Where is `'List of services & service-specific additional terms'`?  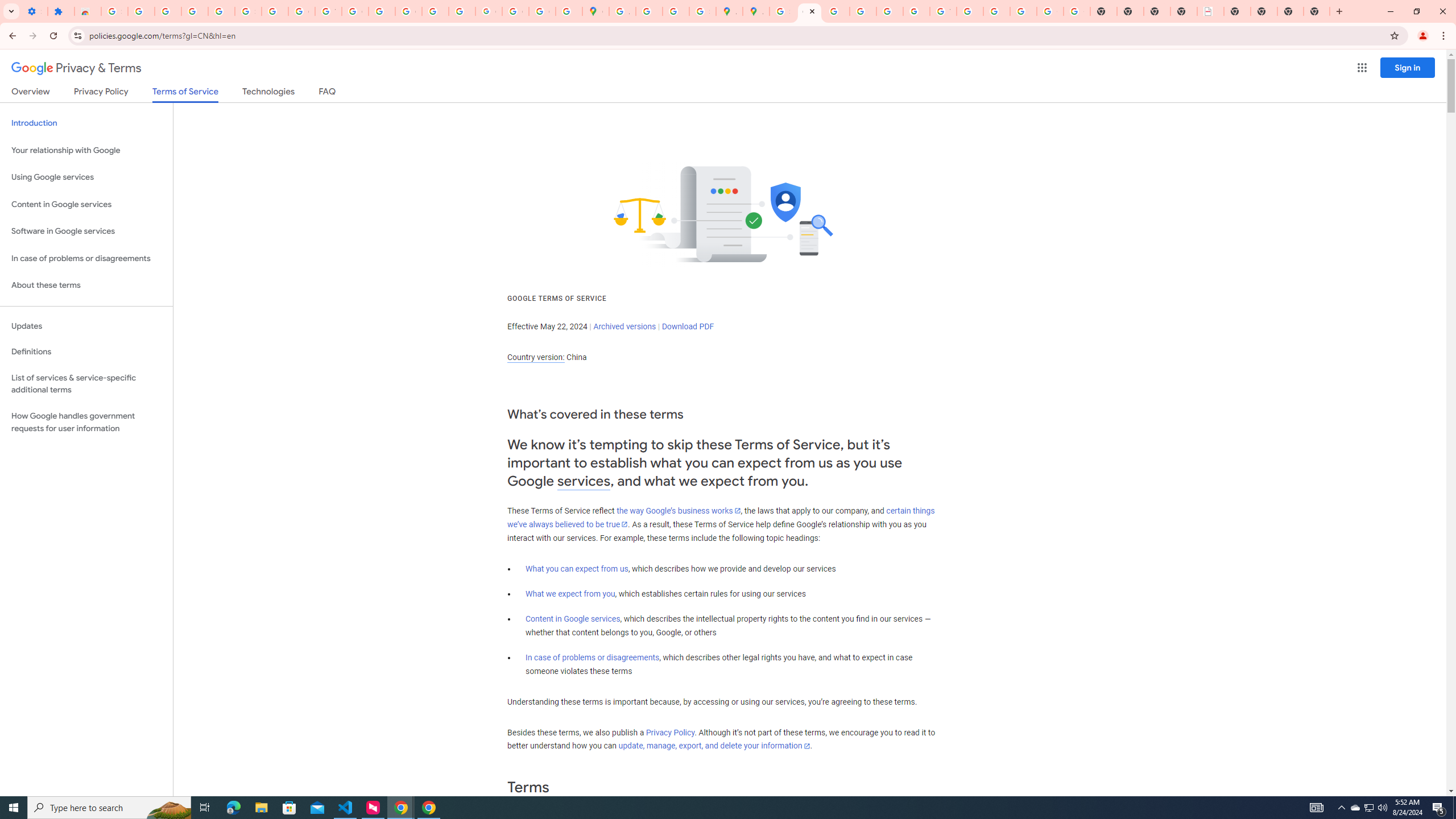
'List of services & service-specific additional terms' is located at coordinates (86, 383).